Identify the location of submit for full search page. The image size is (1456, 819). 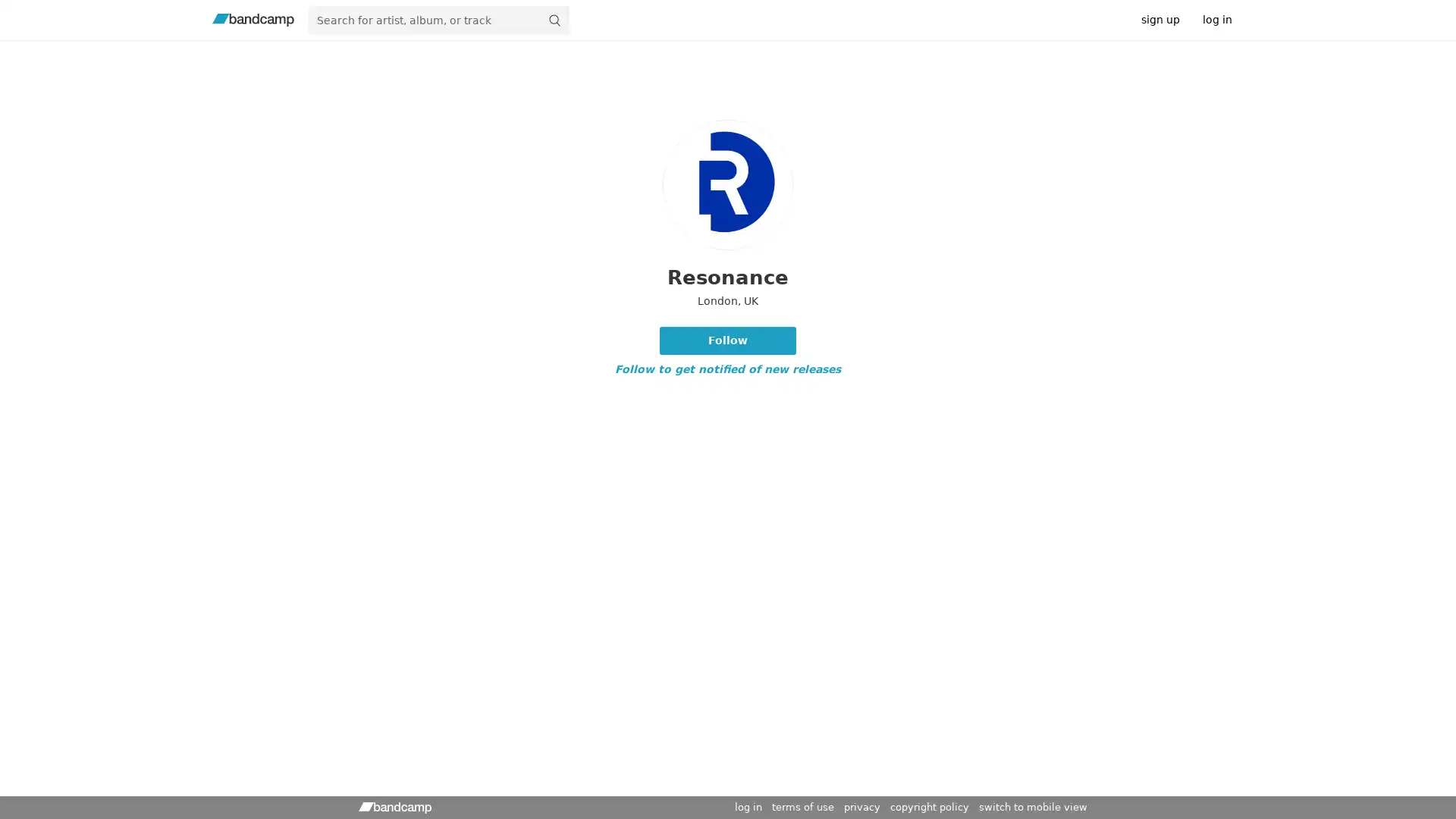
(553, 20).